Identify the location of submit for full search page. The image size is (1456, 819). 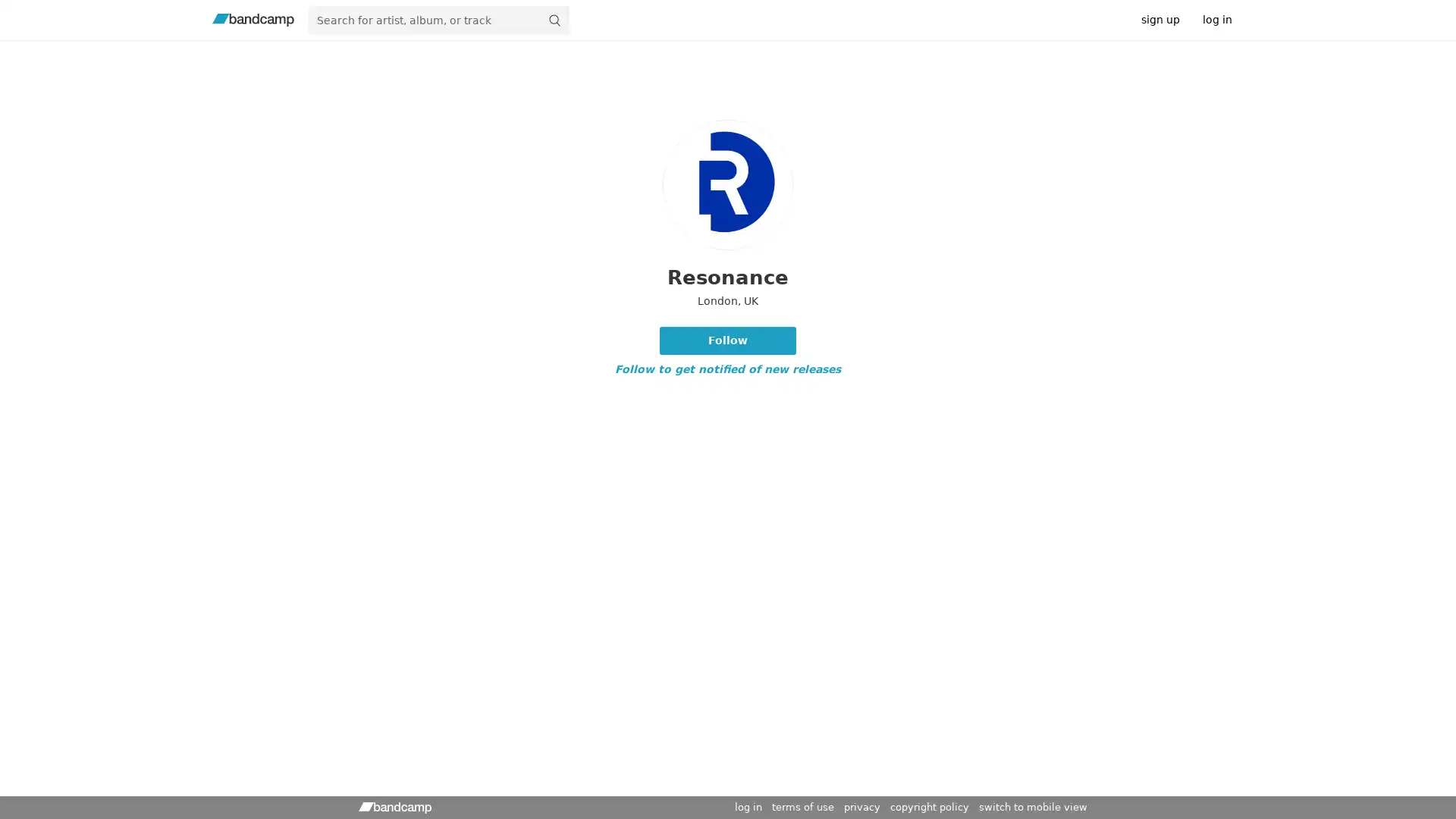
(553, 20).